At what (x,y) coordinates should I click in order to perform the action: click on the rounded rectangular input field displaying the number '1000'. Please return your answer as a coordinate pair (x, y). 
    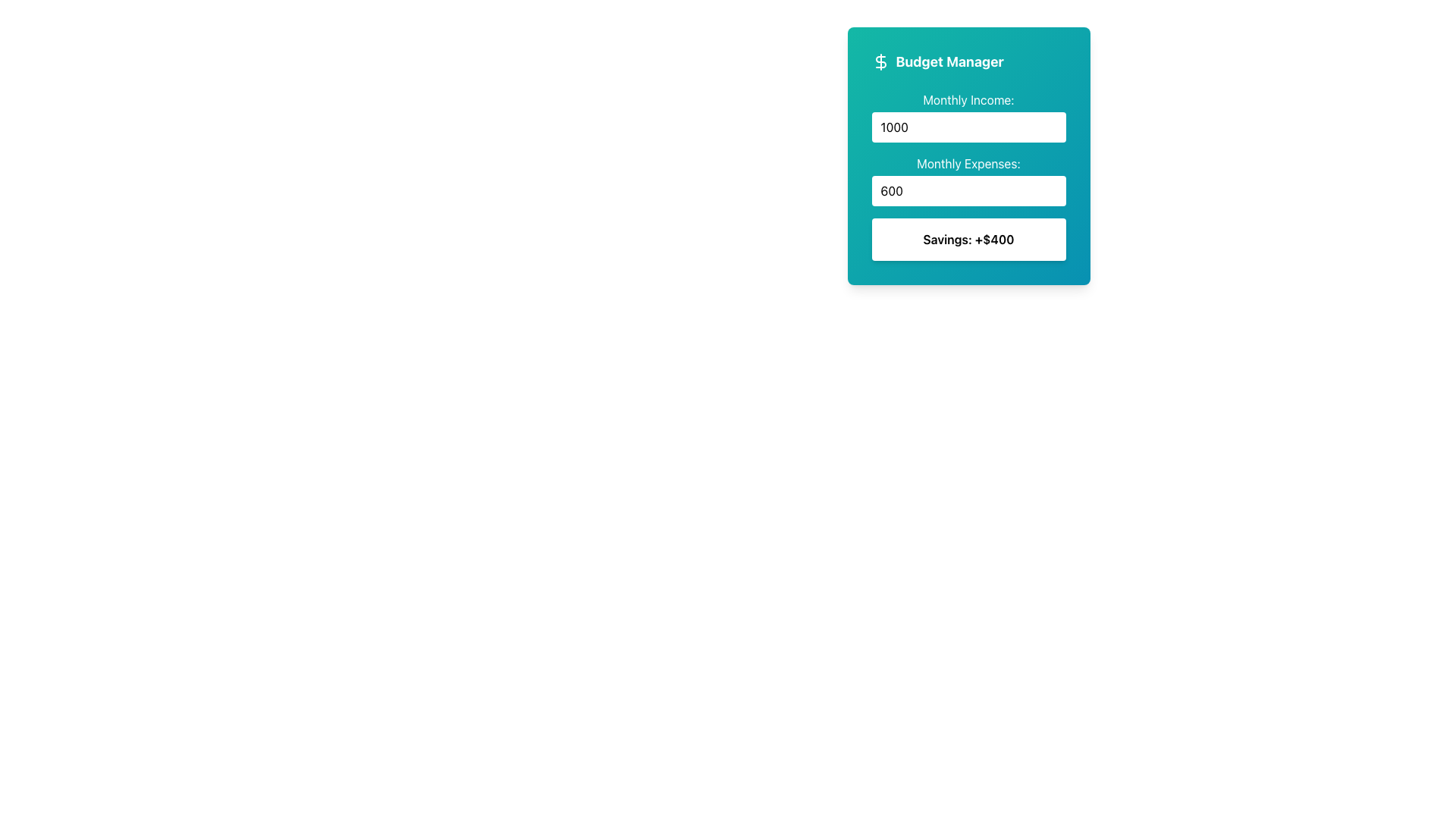
    Looking at the image, I should click on (968, 127).